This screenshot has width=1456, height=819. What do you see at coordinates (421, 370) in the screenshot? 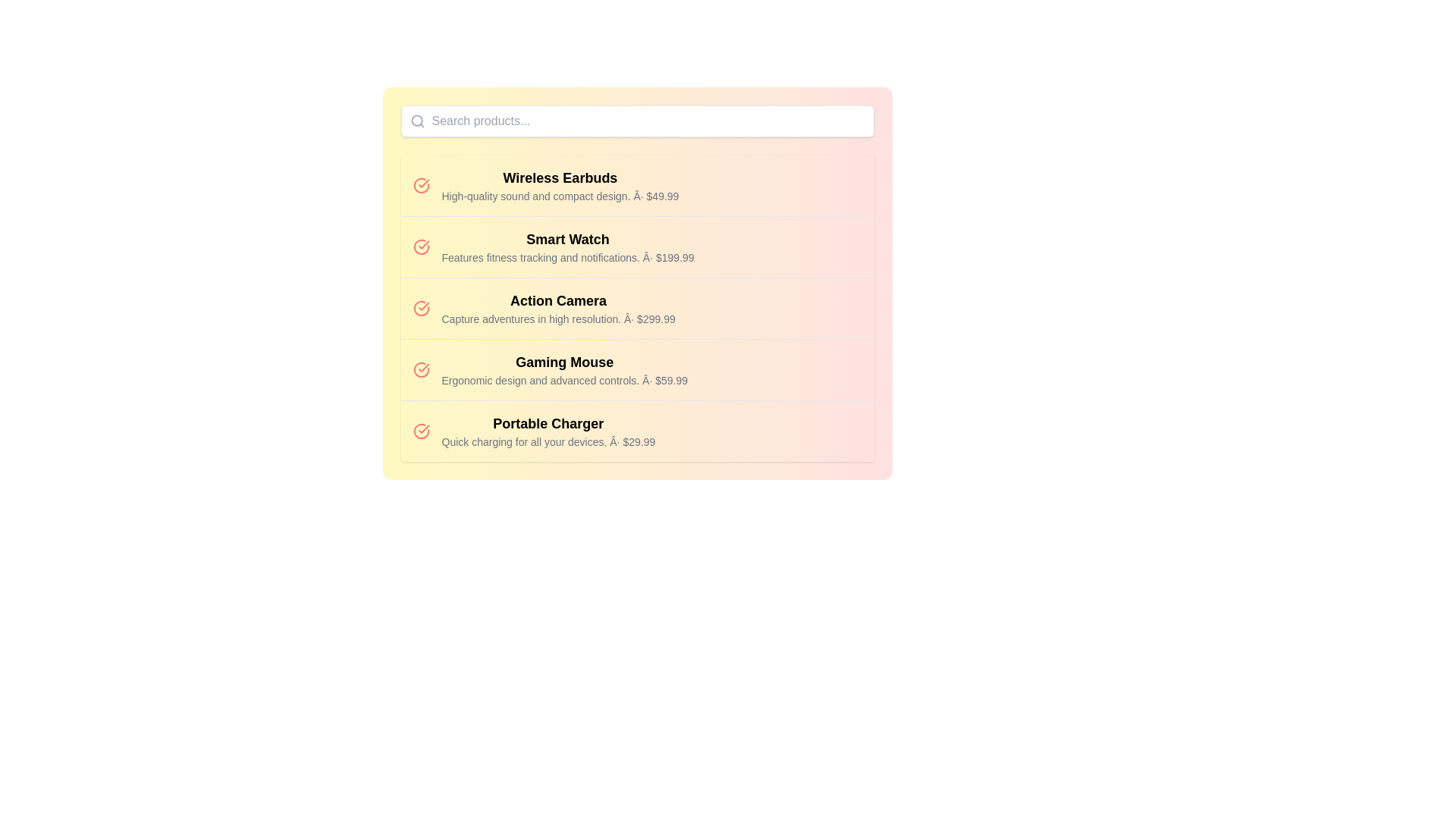
I see `the visual indicator icon on the leftmost side of the row for the 'Gaming Mouse' to change its state` at bounding box center [421, 370].